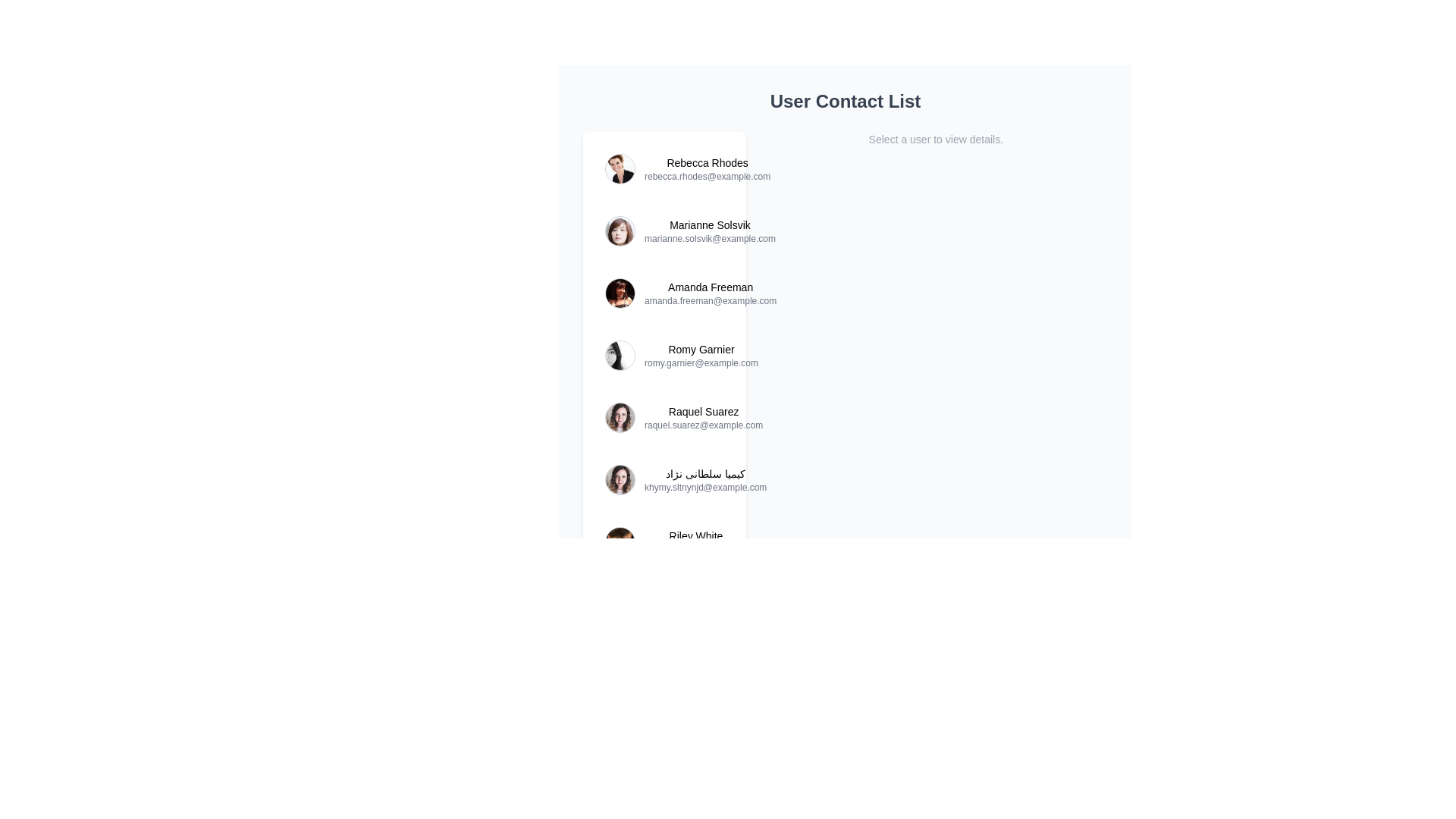 The width and height of the screenshot is (1456, 819). Describe the element at coordinates (704, 479) in the screenshot. I see `the text display element that shows the name 'کیمیا سلطانی نژاد' and the email 'khymy.sltnynjd@example.com', which is located to the right of the profile picture` at that location.